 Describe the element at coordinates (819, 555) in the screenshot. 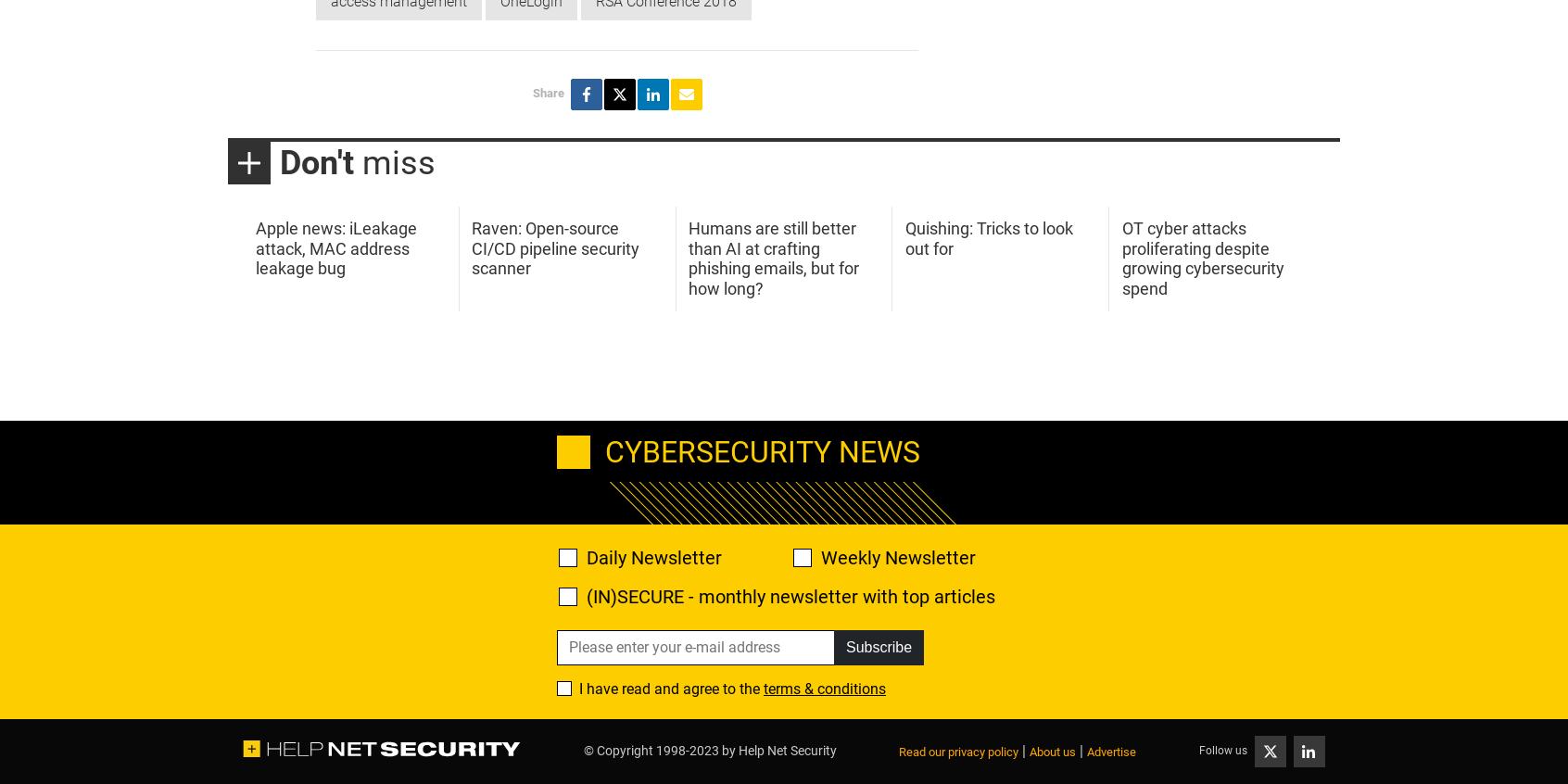

I see `'Weekly Newsletter'` at that location.